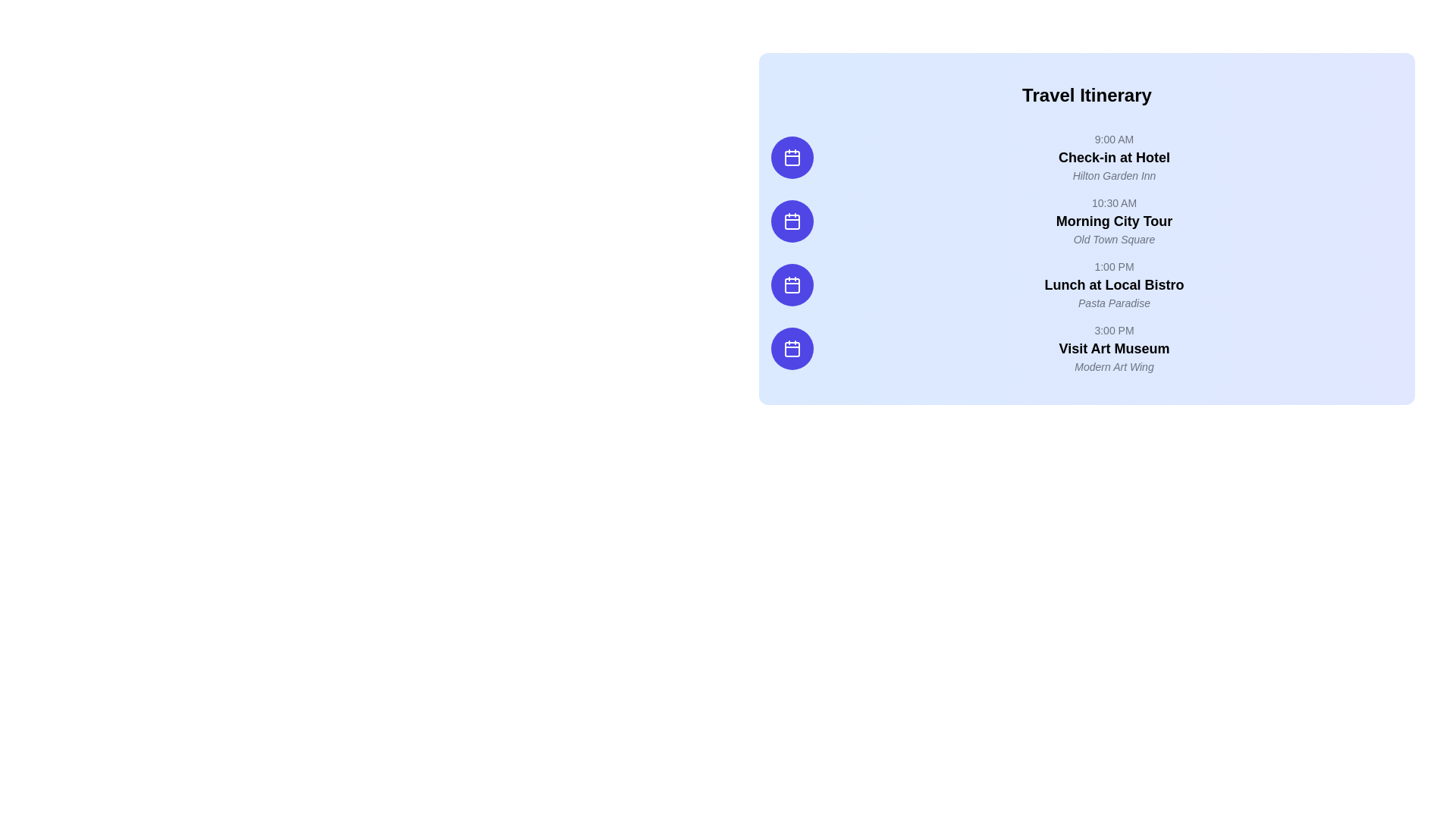  I want to click on the first Timeline Item in the vertical timeline list on the right-hand side of the page, so click(1086, 158).